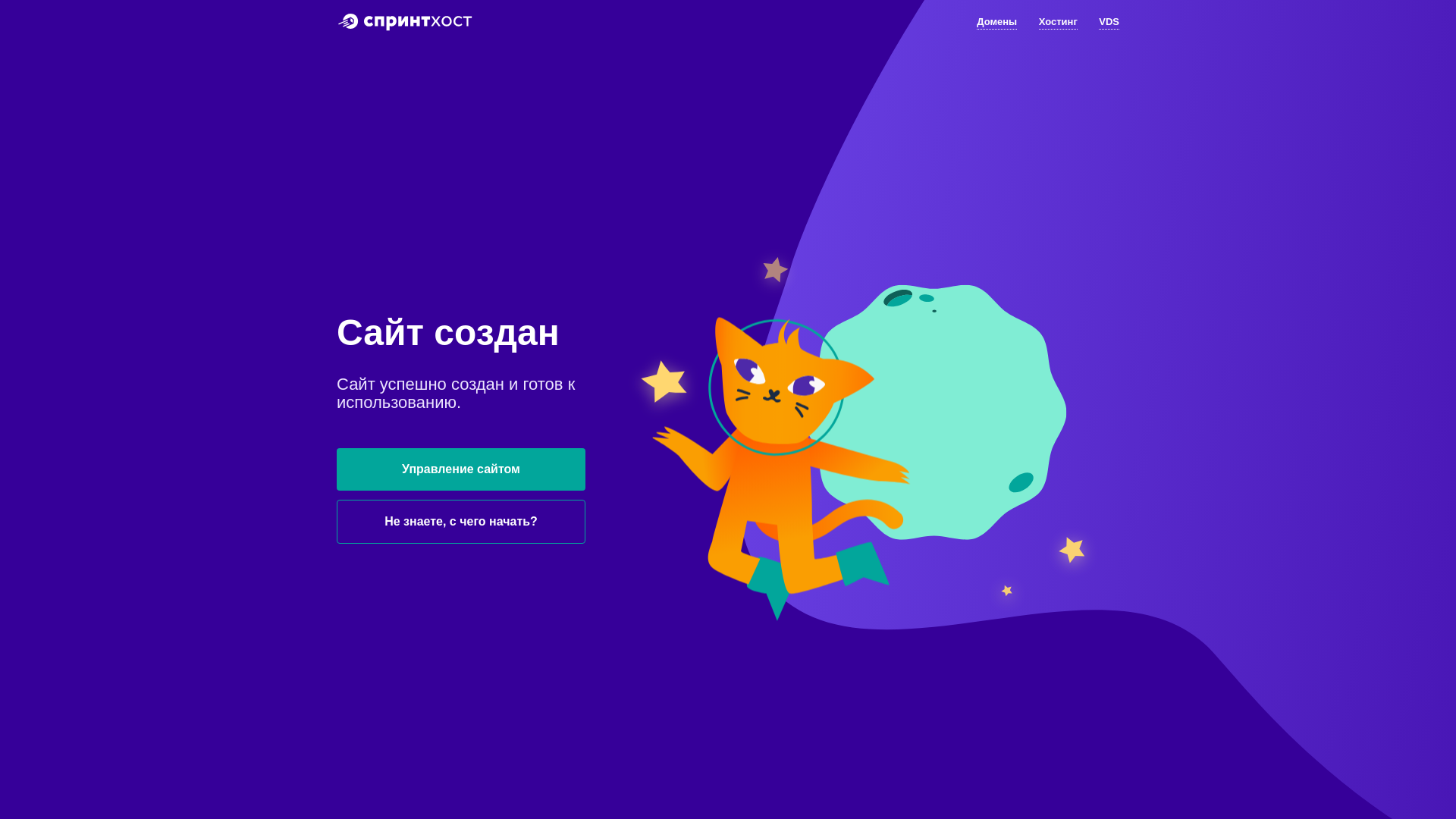  I want to click on 'VDS', so click(1109, 23).